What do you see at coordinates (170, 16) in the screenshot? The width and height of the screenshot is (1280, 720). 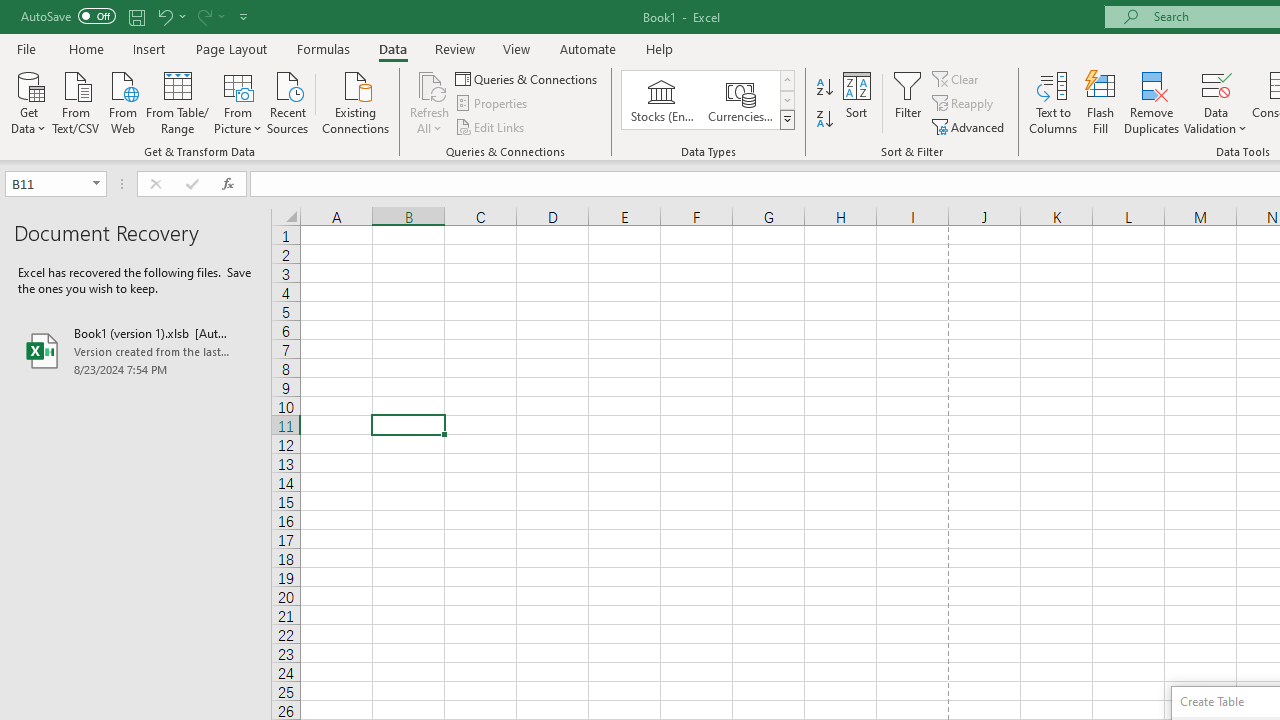 I see `'Undo'` at bounding box center [170, 16].